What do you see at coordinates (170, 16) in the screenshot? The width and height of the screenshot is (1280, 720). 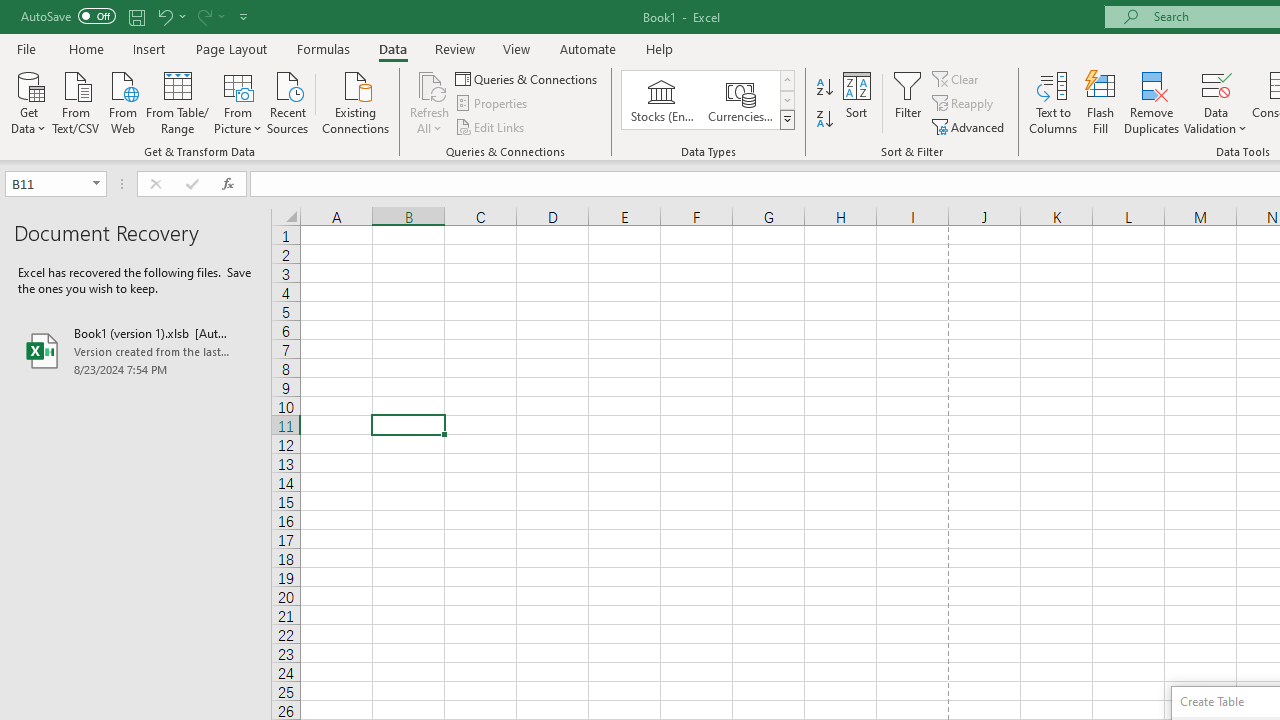 I see `'Undo'` at bounding box center [170, 16].